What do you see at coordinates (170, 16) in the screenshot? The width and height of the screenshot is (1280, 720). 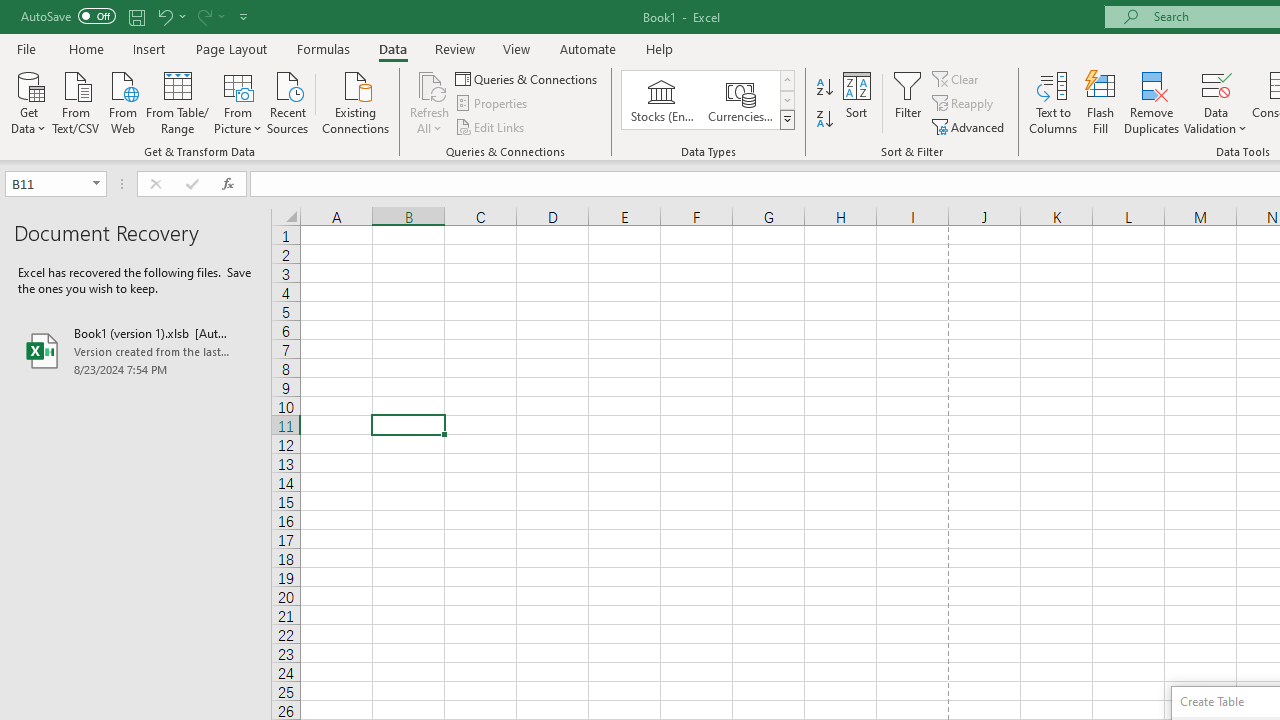 I see `'Undo'` at bounding box center [170, 16].